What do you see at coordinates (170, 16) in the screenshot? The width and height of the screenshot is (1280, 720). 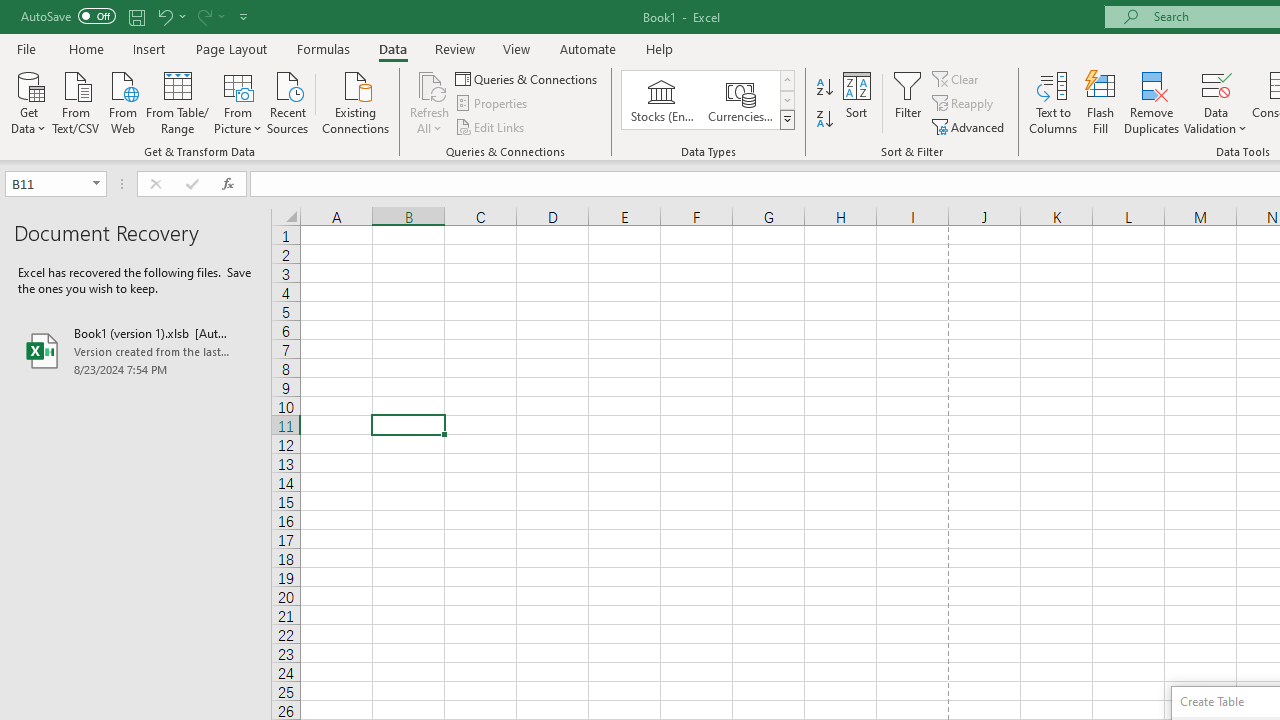 I see `'Undo'` at bounding box center [170, 16].